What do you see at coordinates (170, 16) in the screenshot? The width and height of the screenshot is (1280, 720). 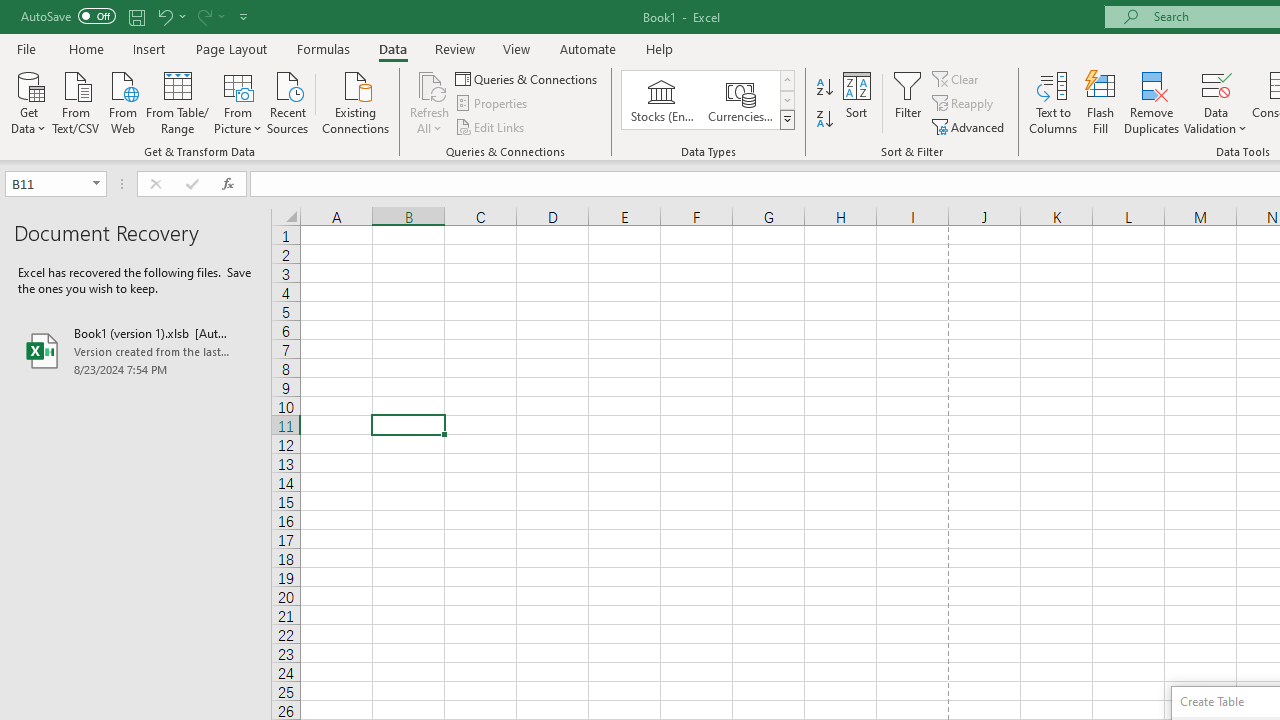 I see `'Undo'` at bounding box center [170, 16].